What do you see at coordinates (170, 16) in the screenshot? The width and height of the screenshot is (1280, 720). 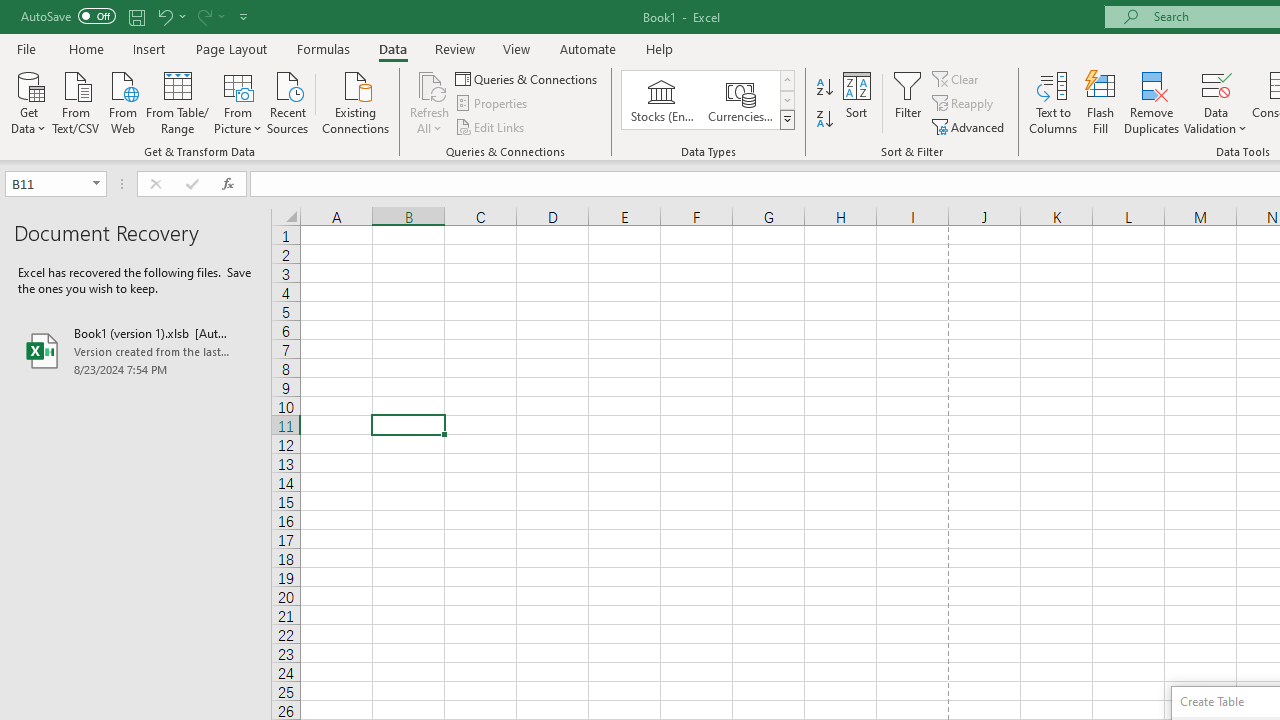 I see `'Undo'` at bounding box center [170, 16].